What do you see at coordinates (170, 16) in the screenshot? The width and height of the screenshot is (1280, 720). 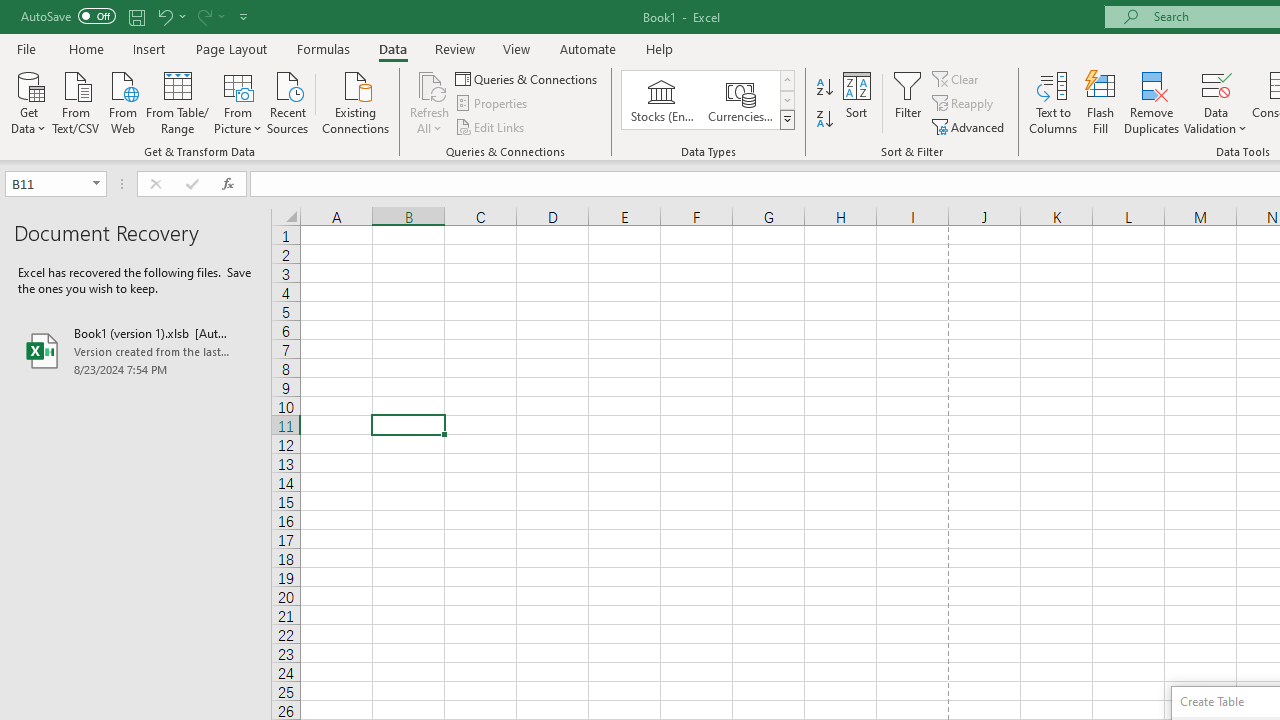 I see `'Undo'` at bounding box center [170, 16].